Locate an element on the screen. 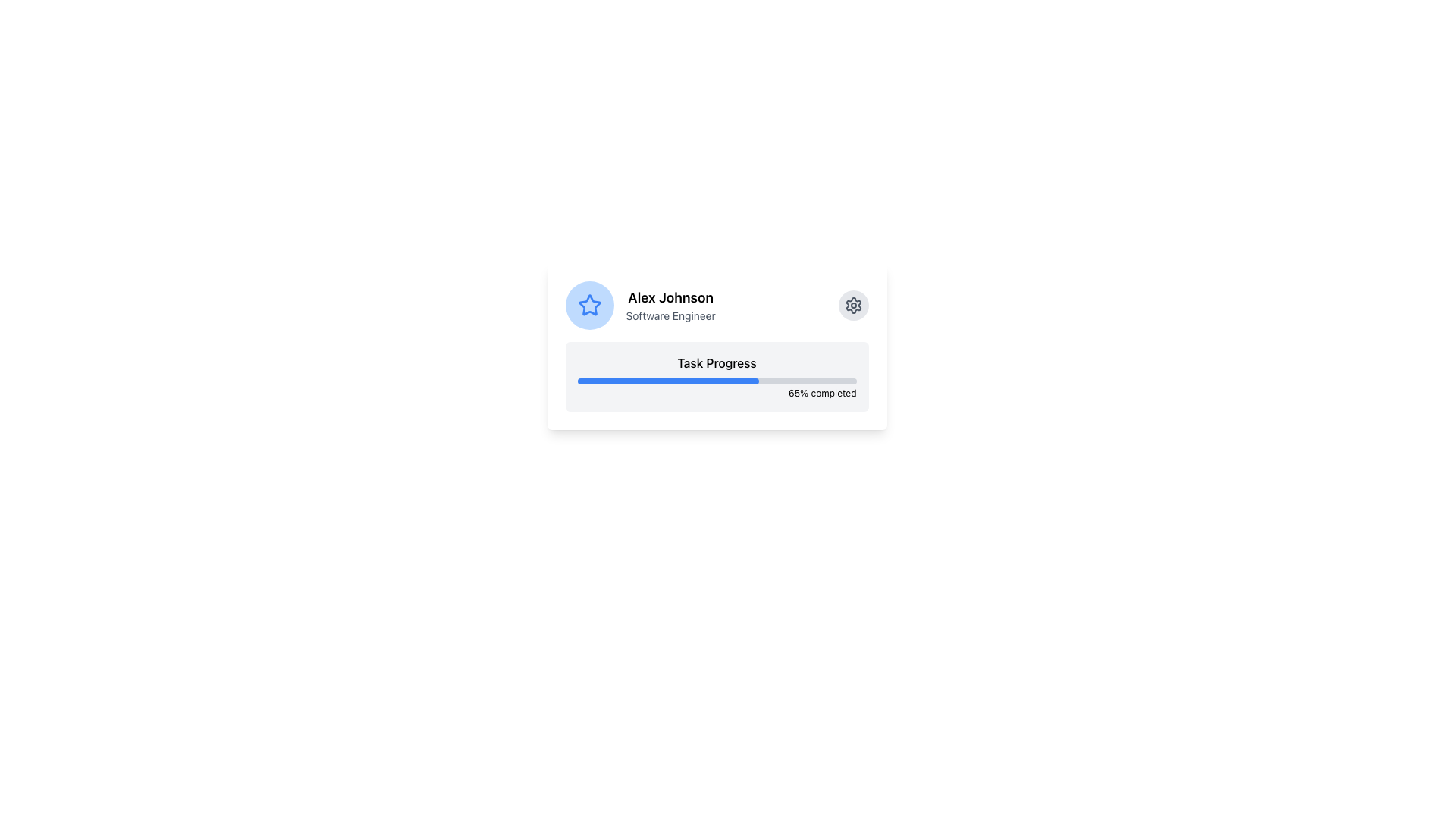 This screenshot has width=1456, height=819. the Text Label that displays the user's job title, located in the center-right portion of the card below 'Alex Johnson' and above 'Task Progress' is located at coordinates (670, 315).